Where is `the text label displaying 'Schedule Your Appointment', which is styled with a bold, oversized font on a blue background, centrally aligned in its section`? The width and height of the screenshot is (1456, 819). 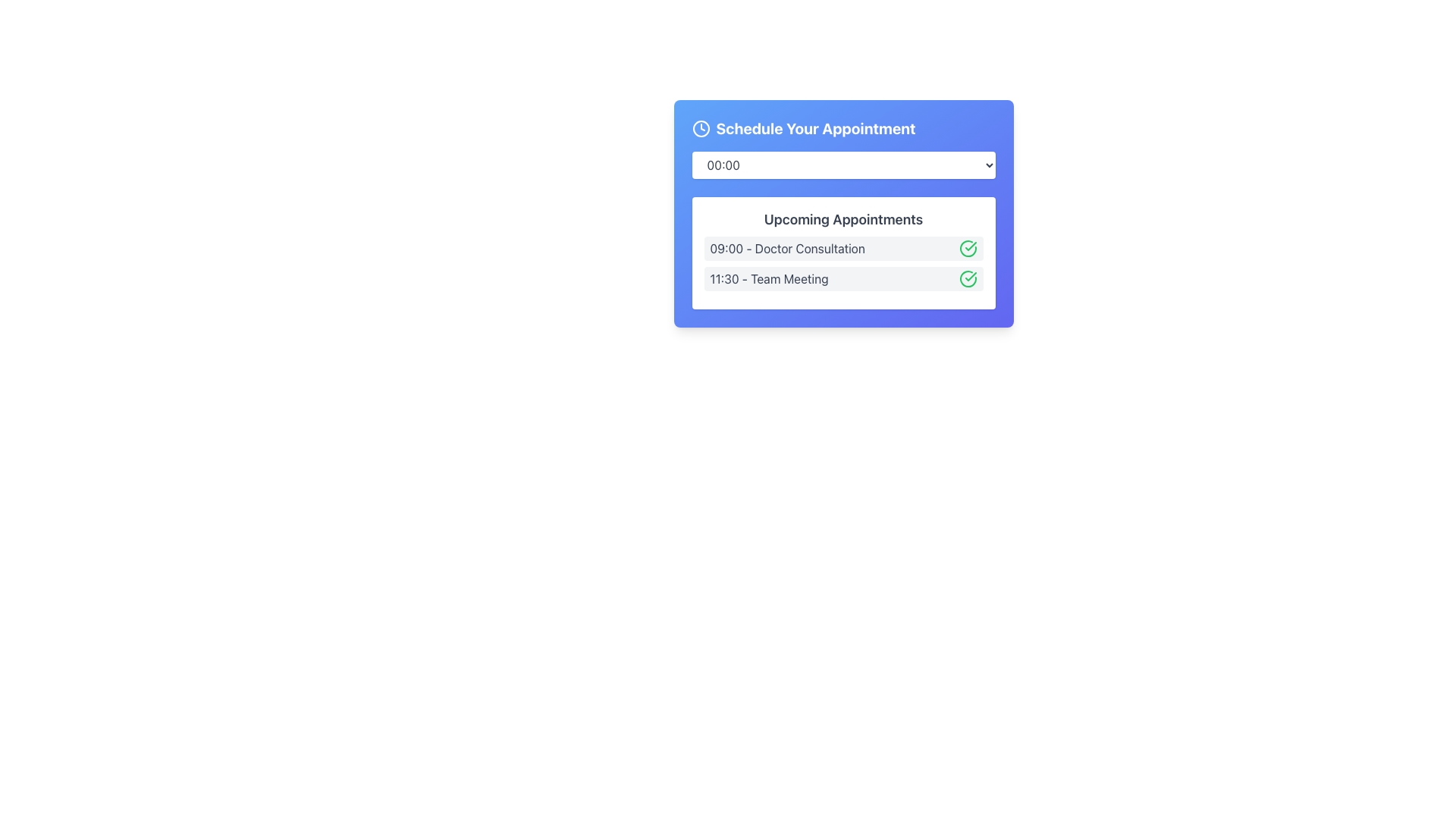
the text label displaying 'Schedule Your Appointment', which is styled with a bold, oversized font on a blue background, centrally aligned in its section is located at coordinates (814, 127).